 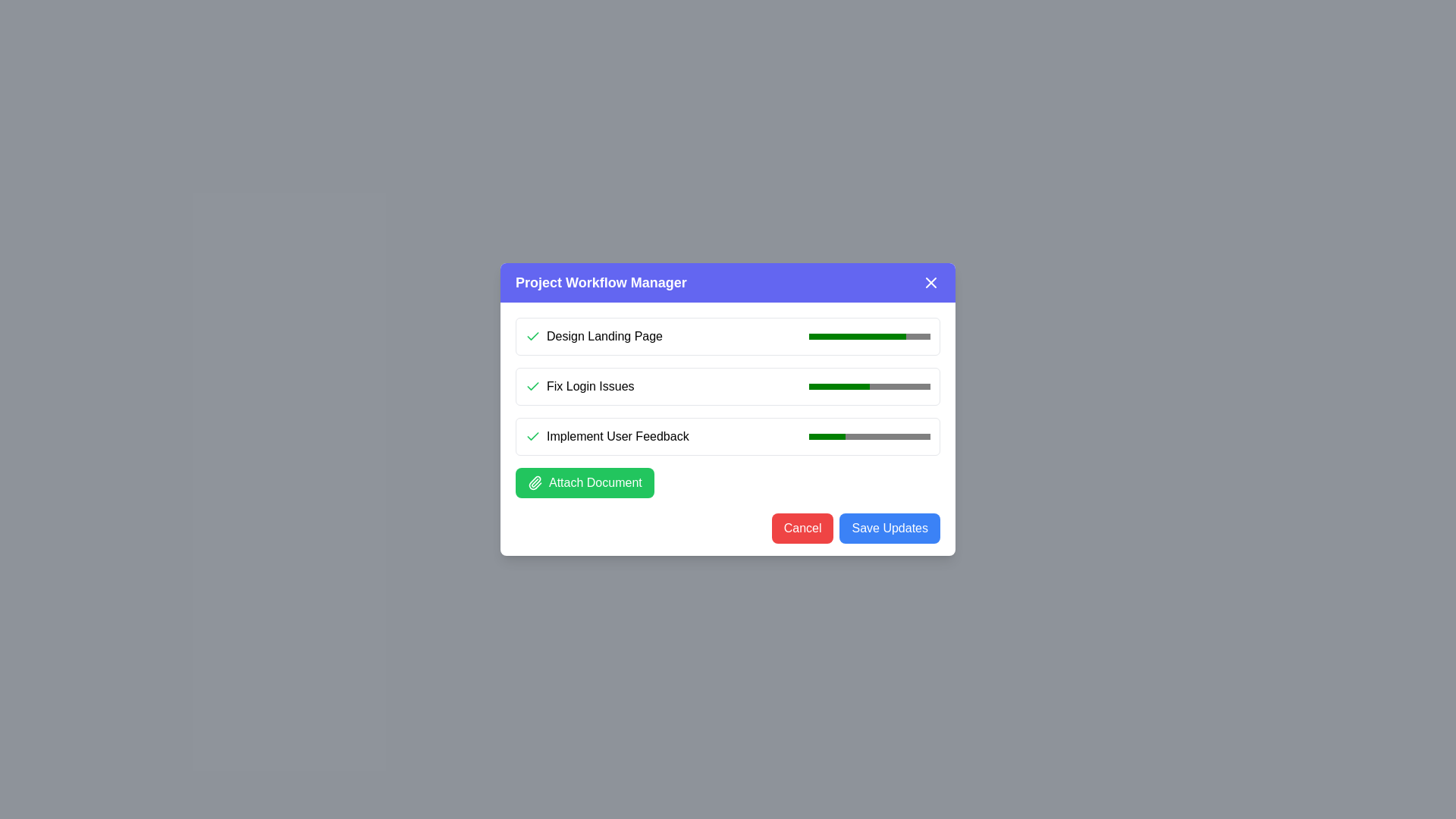 I want to click on the green checkmark icon that indicates completion, located to the left of the 'Fix Login Issues' label in the vertical list, so click(x=532, y=385).